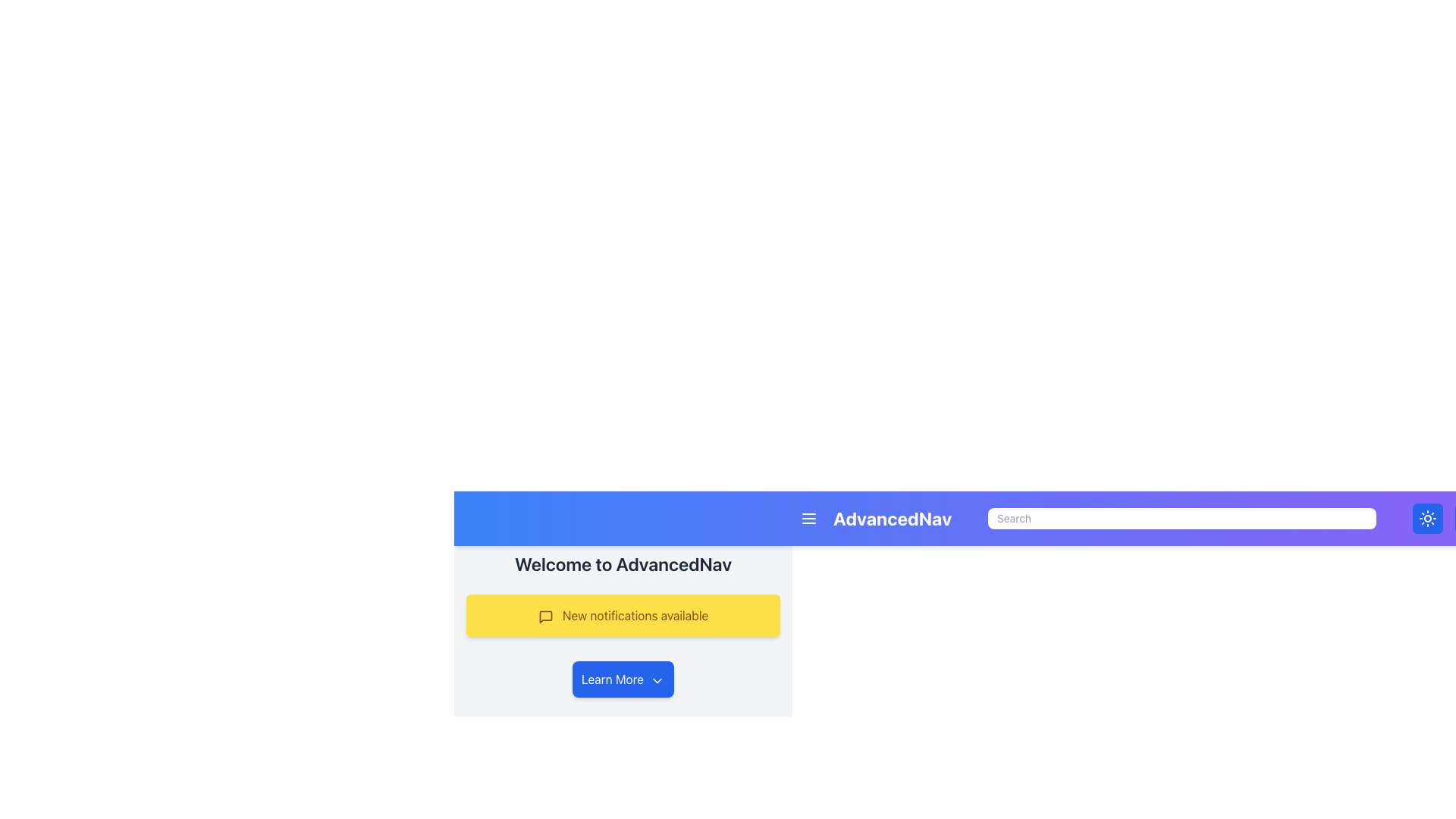  I want to click on the notification icon located on the left inside the notification banner displaying the message 'New notifications available', so click(545, 617).